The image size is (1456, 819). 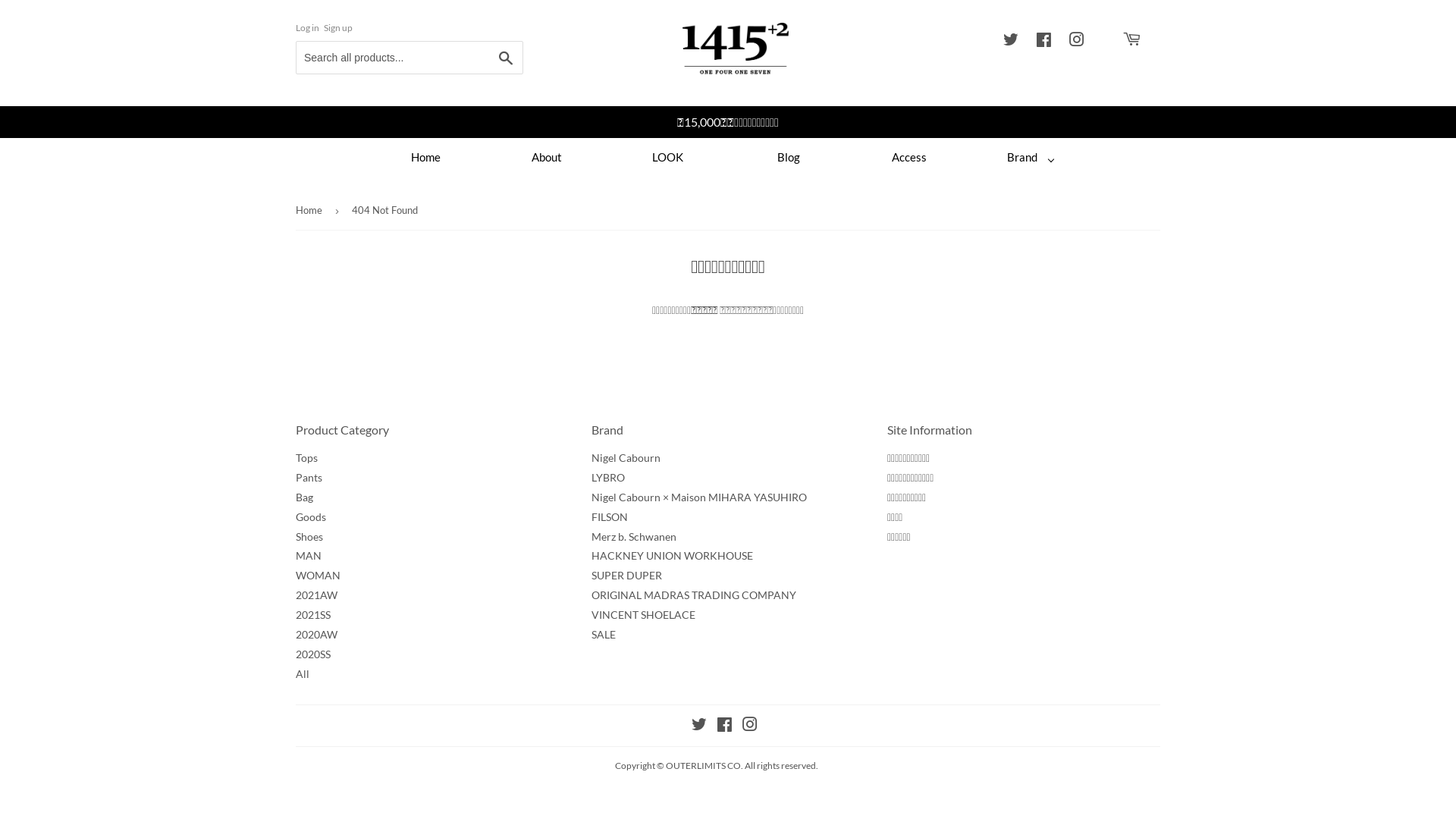 I want to click on 'HACKNEY UNION WORKHOUSE', so click(x=671, y=555).